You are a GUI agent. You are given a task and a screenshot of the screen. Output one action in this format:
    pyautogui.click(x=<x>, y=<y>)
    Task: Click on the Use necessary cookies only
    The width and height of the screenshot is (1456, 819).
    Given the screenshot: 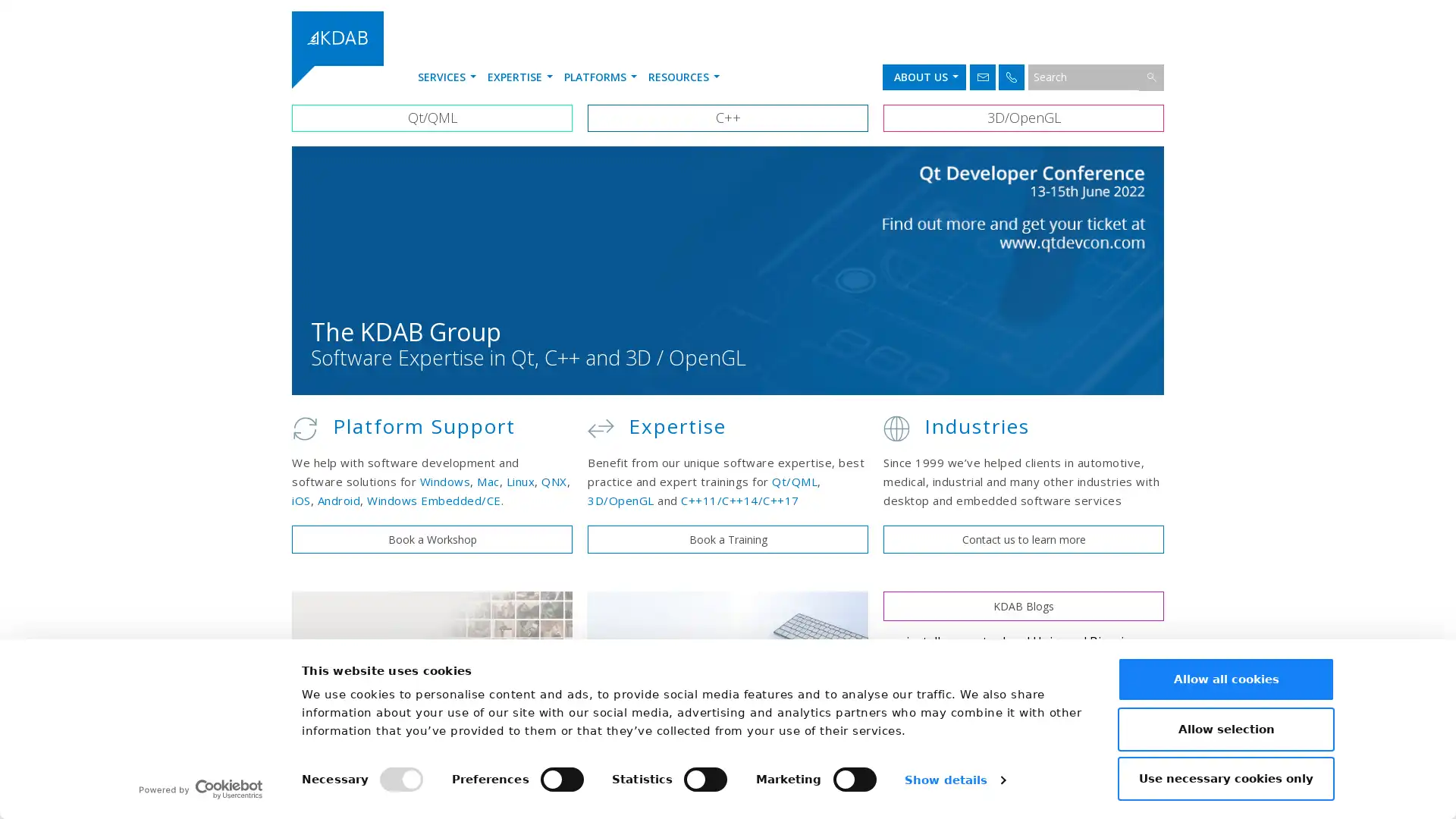 What is the action you would take?
    pyautogui.click(x=1226, y=778)
    